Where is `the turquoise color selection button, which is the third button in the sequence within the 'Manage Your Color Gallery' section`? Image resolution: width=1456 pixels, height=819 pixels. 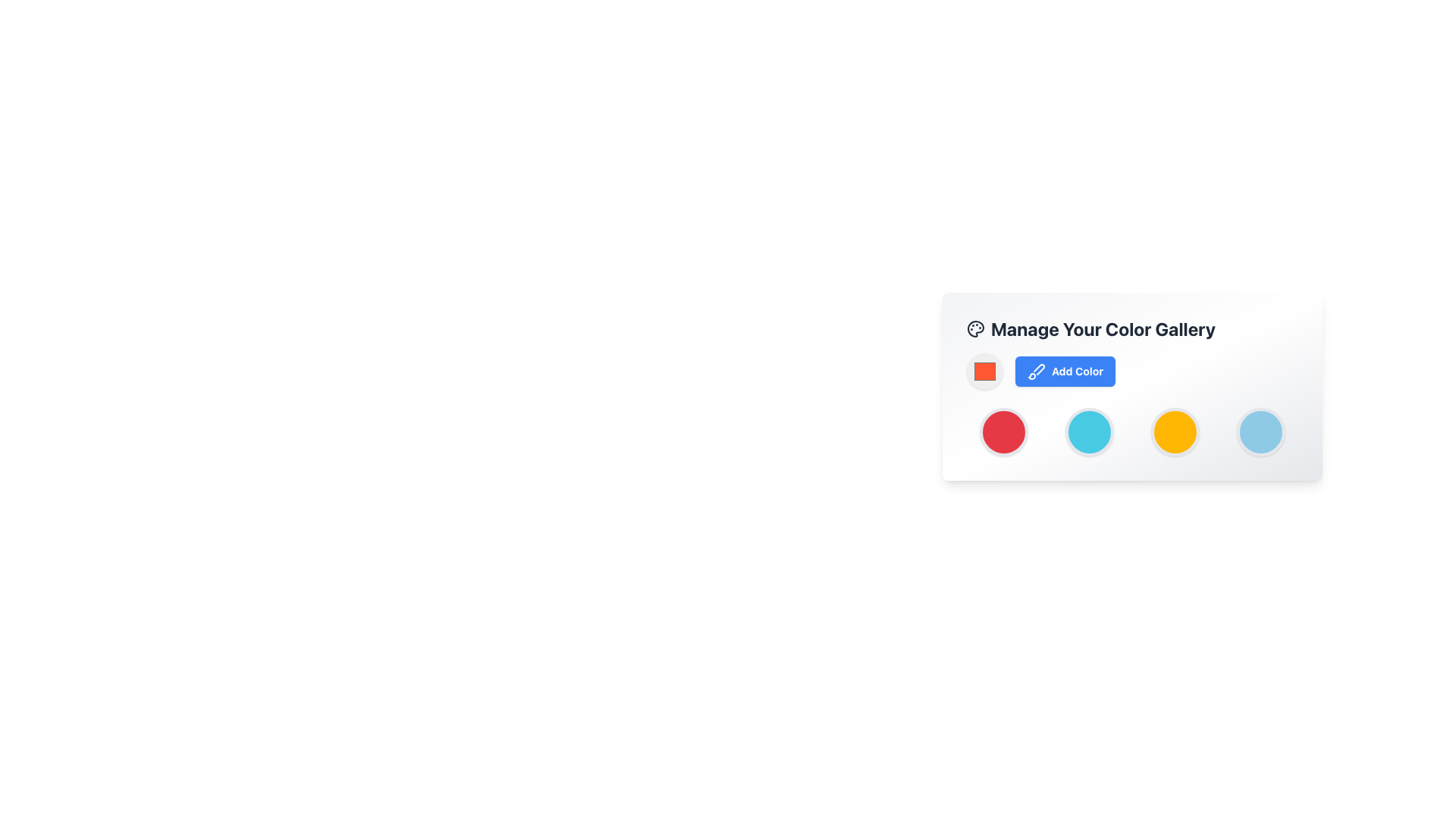
the turquoise color selection button, which is the third button in the sequence within the 'Manage Your Color Gallery' section is located at coordinates (1088, 432).